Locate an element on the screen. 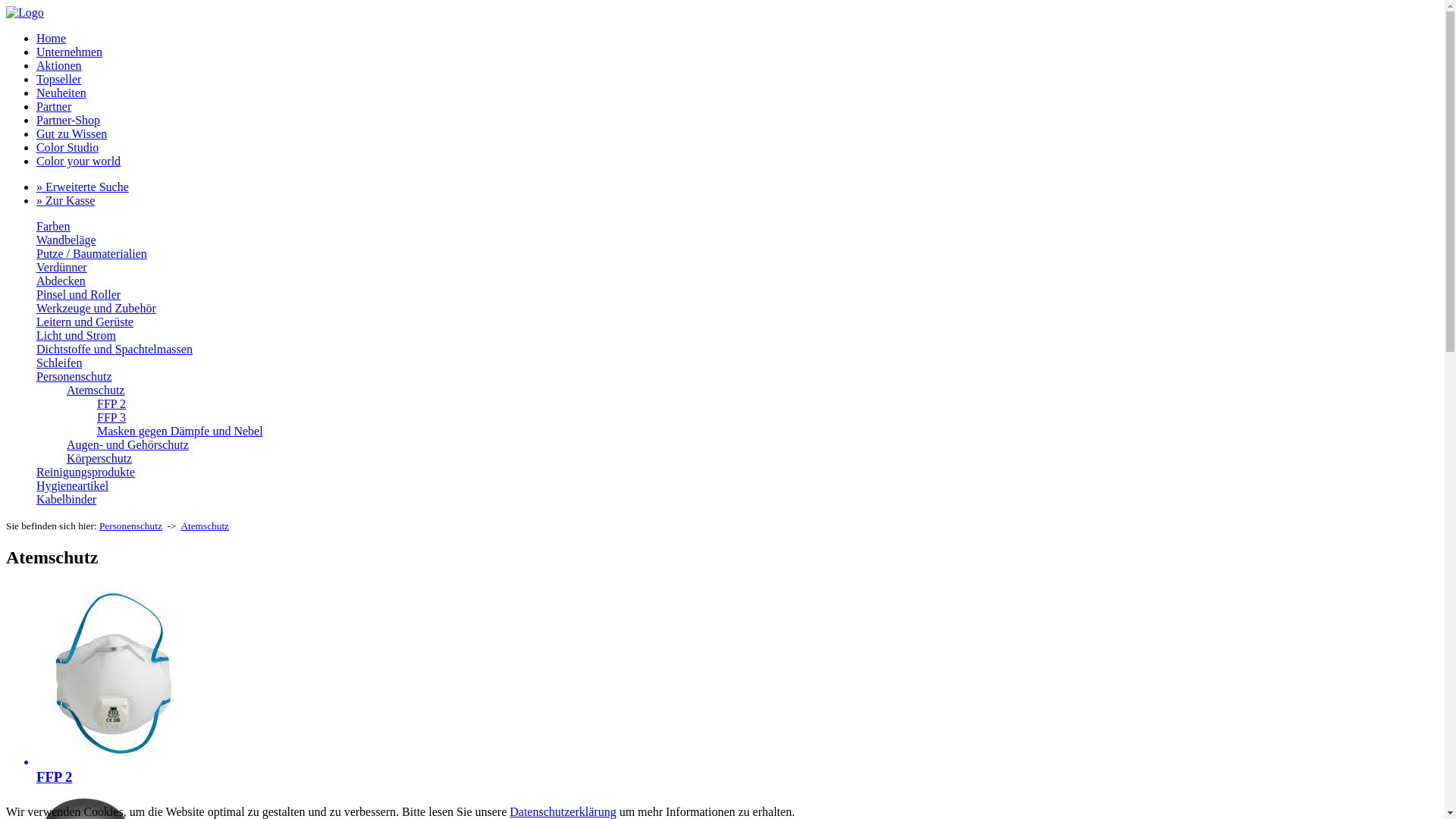 This screenshot has width=1456, height=819. 'Personenschutz' is located at coordinates (130, 525).